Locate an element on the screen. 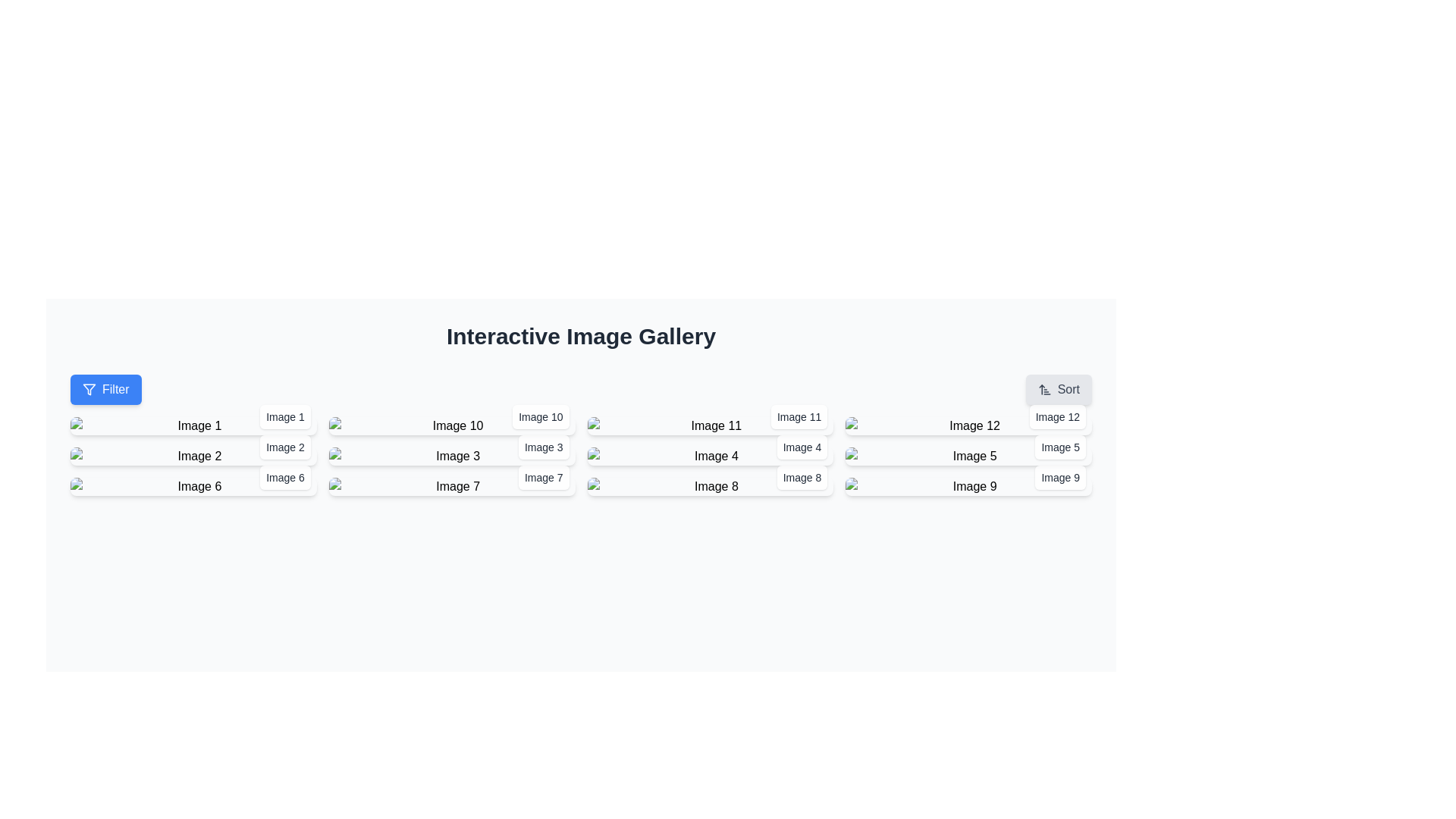 Image resolution: width=1456 pixels, height=819 pixels. the 'Sort' button that contains an ascending sorting order icon, which is represented by an upward arrow to the left of the text 'Sort' is located at coordinates (1043, 388).